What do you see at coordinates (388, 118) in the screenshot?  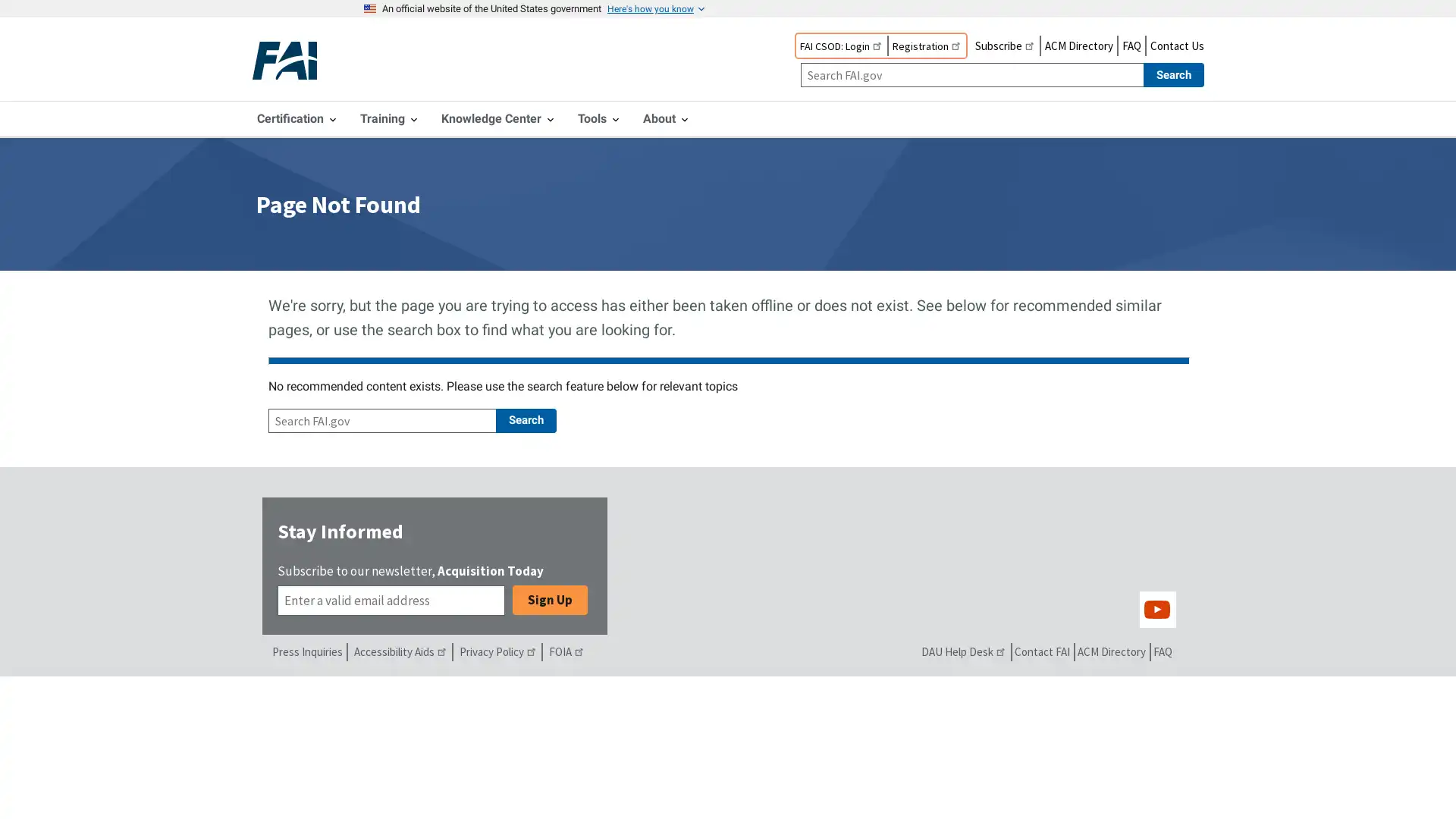 I see `Training` at bounding box center [388, 118].